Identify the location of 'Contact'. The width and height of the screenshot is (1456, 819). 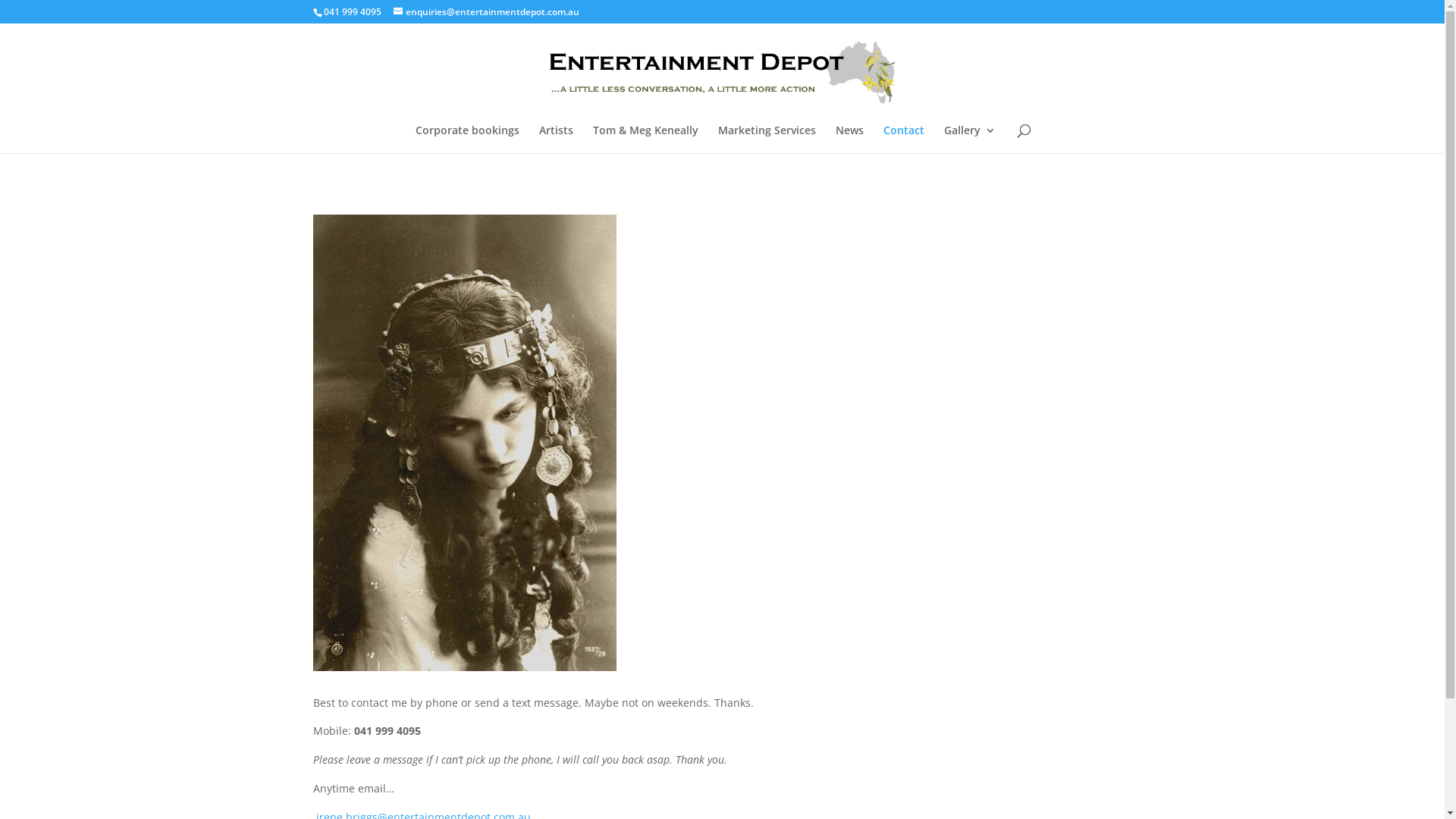
(883, 139).